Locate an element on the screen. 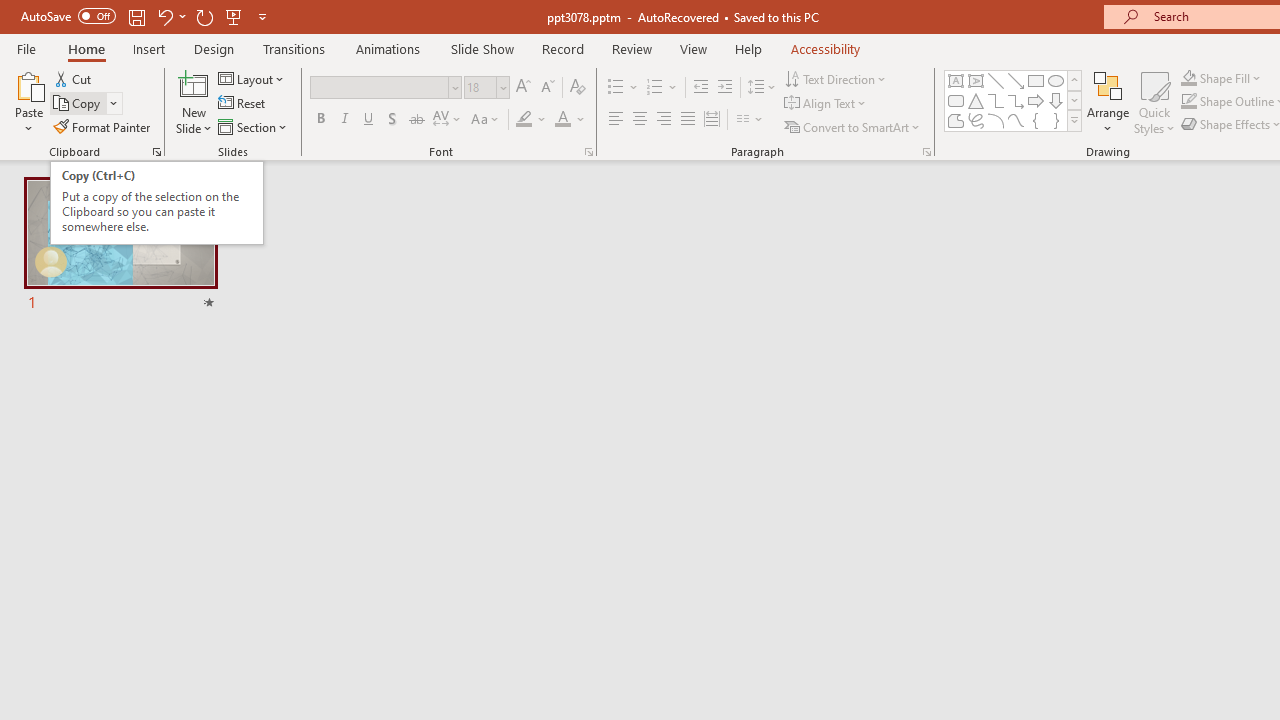  'Freeform: Scribble' is located at coordinates (976, 120).